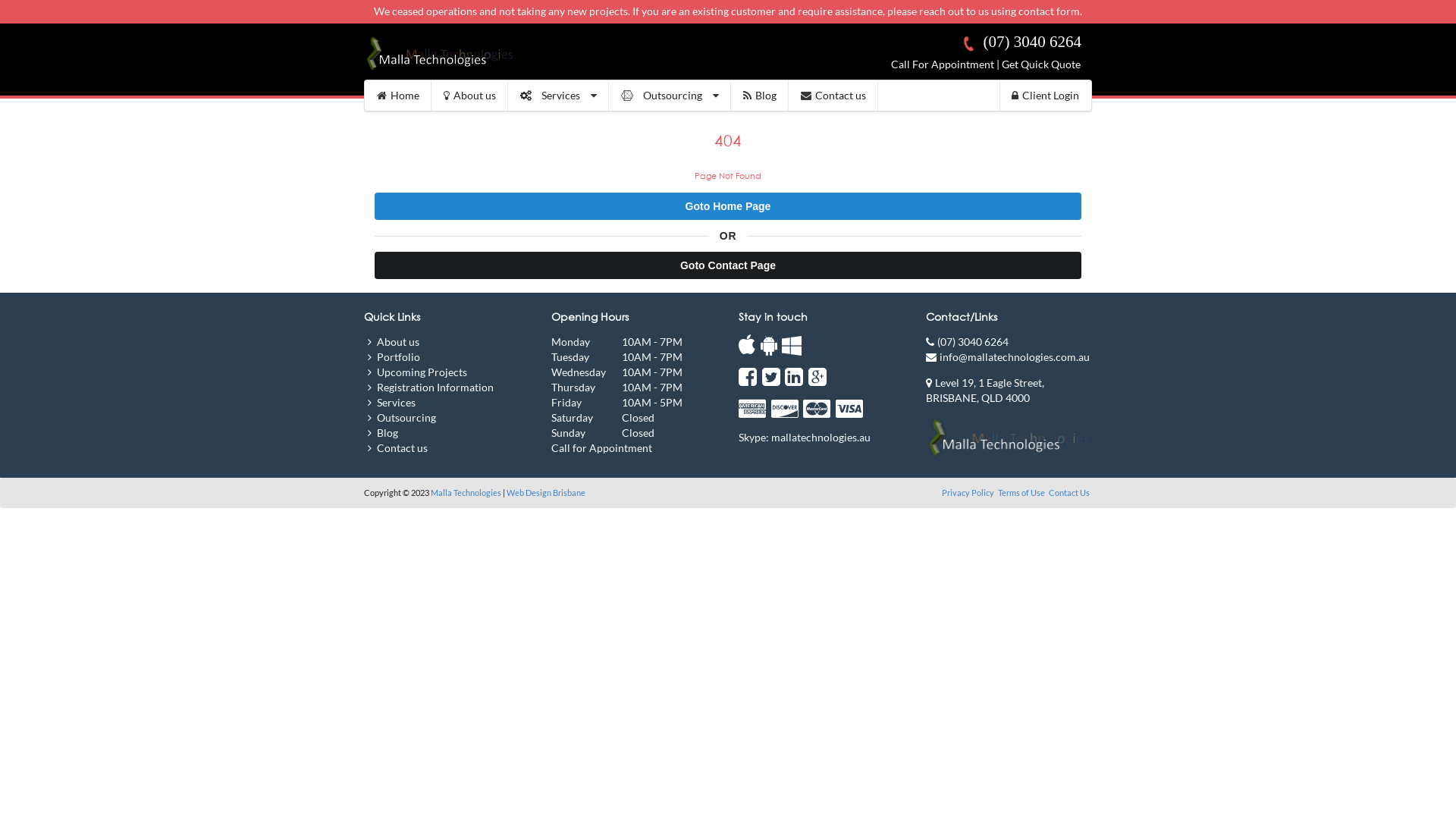  Describe the element at coordinates (985, 389) in the screenshot. I see `'Level 19, 1 Eagle Street,` at that location.